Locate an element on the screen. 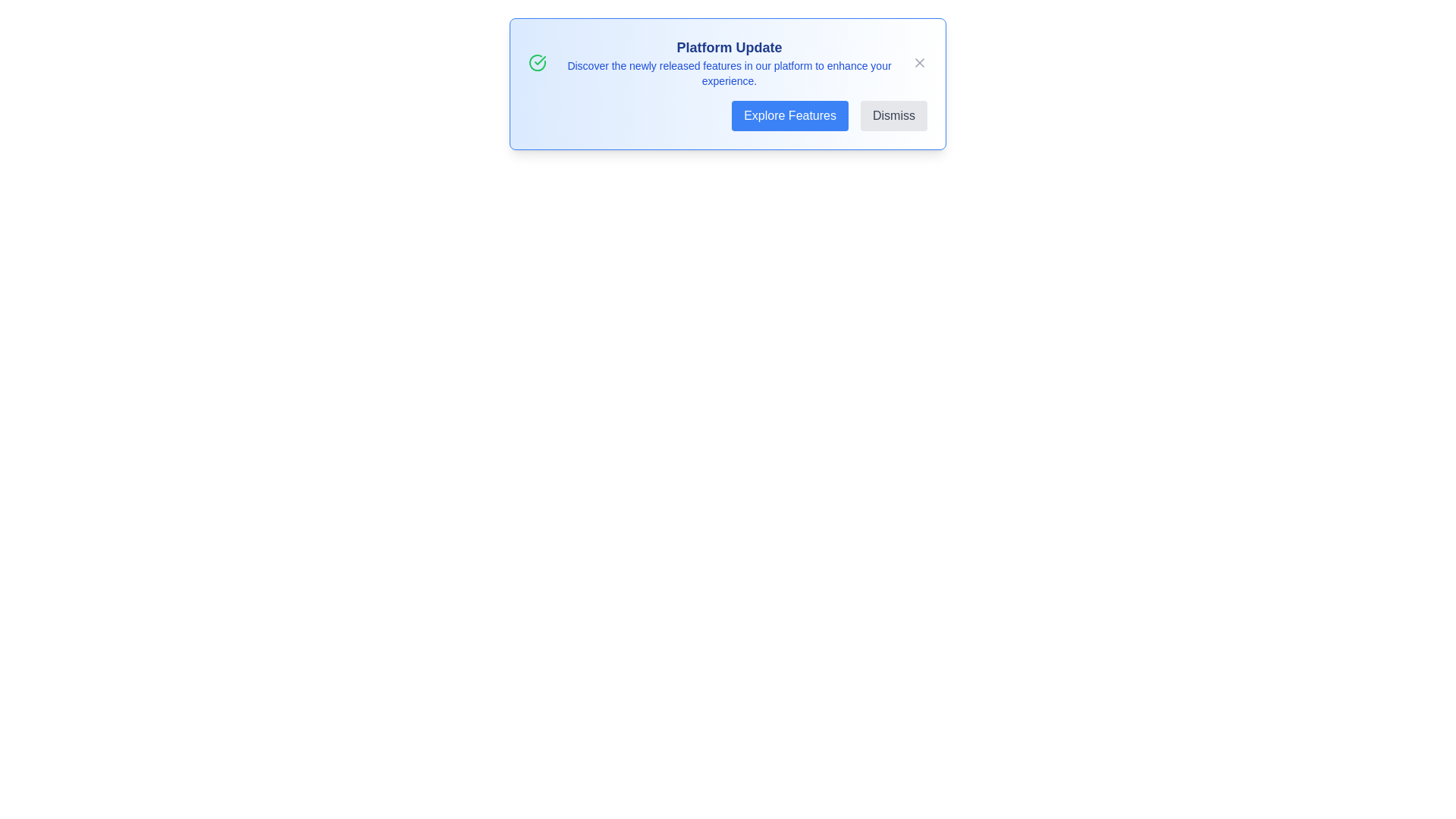 The image size is (1456, 819). 'Dismiss' button to close the alert is located at coordinates (894, 115).